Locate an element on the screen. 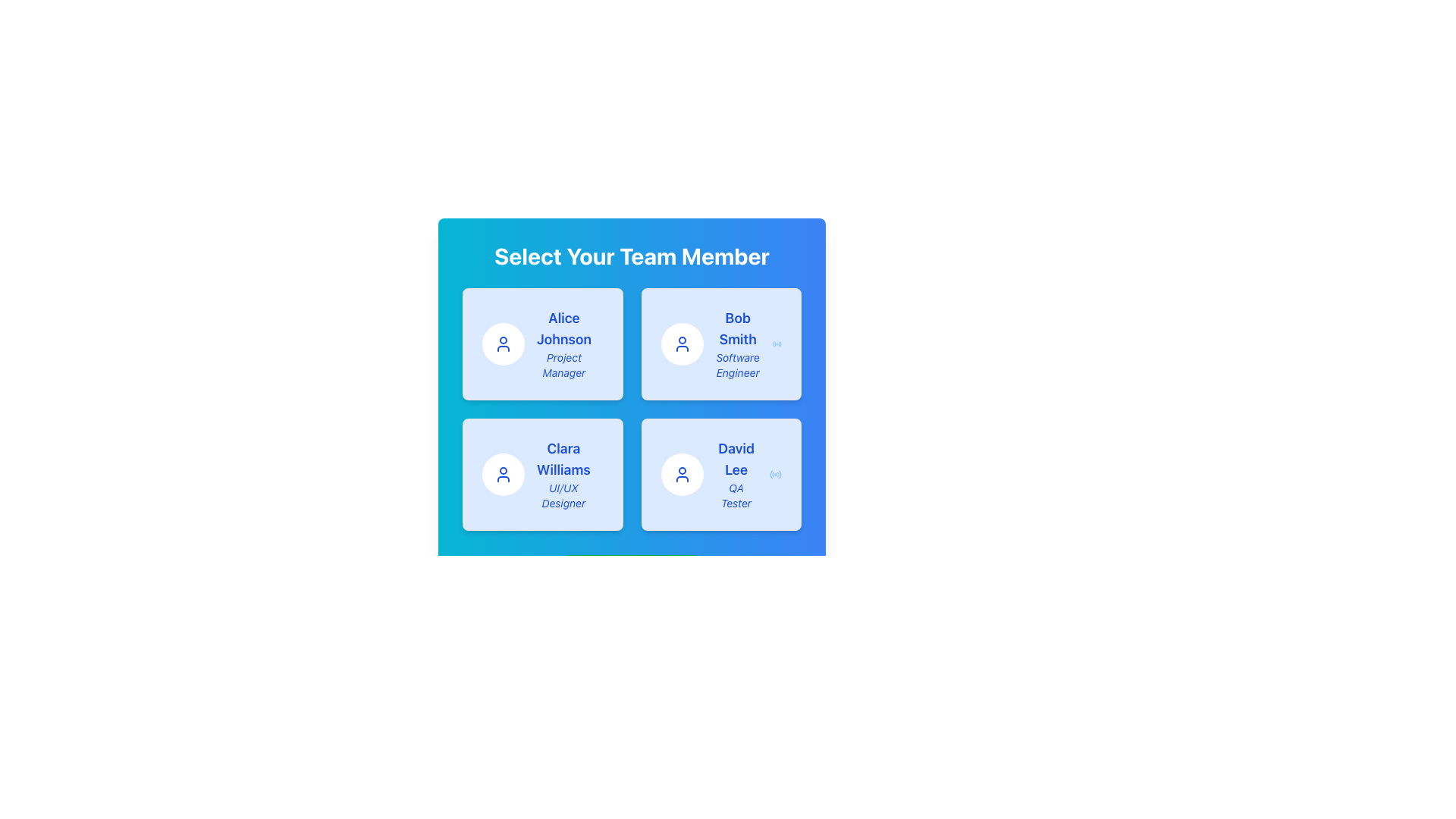  the Text Label displaying 'Alice Johnson' and 'Project Manager' located in the first row and first column of the grid under 'Select Your Team Member.' is located at coordinates (563, 344).